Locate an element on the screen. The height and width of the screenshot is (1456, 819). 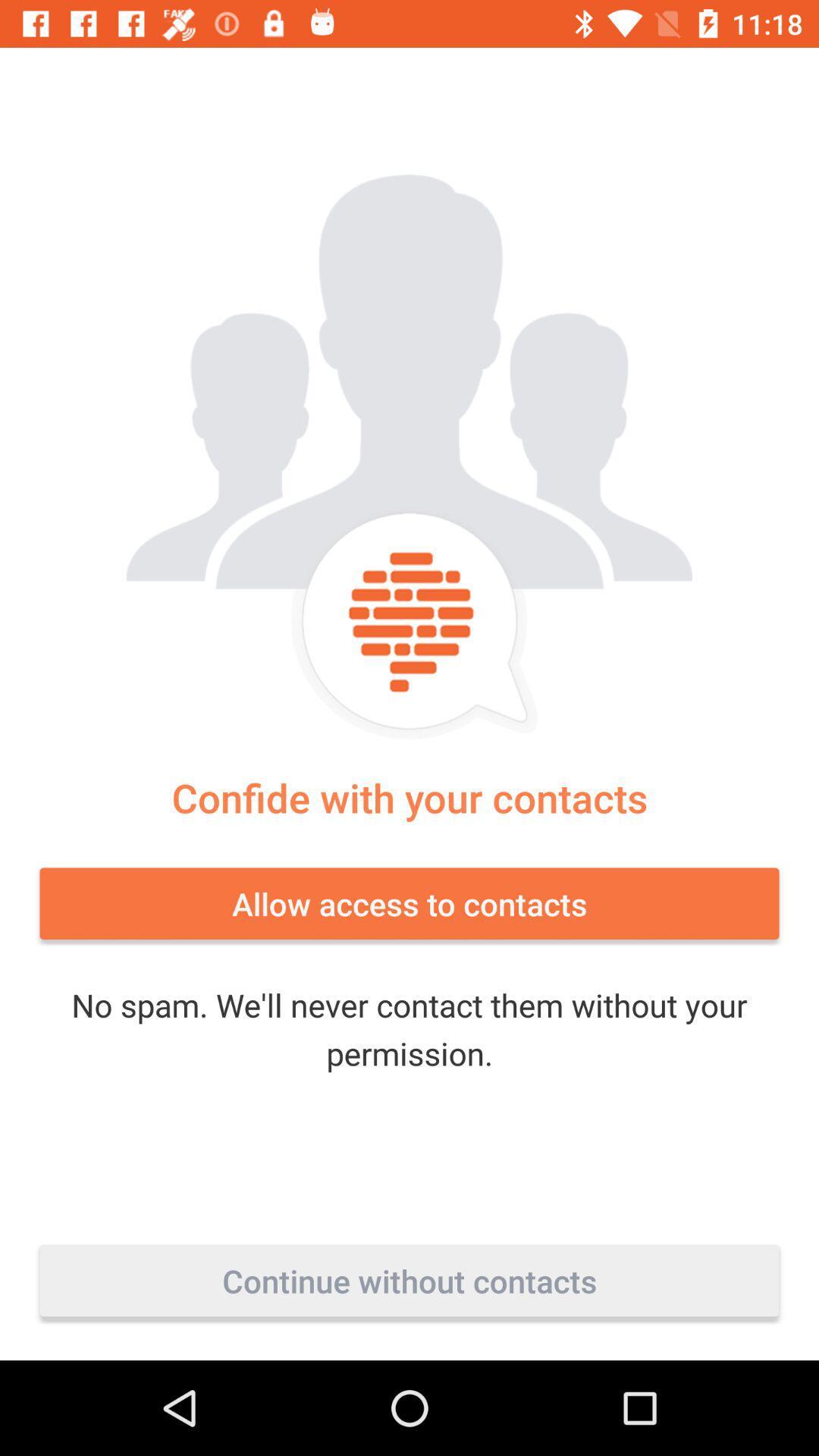
continue without contacts item is located at coordinates (409, 1280).